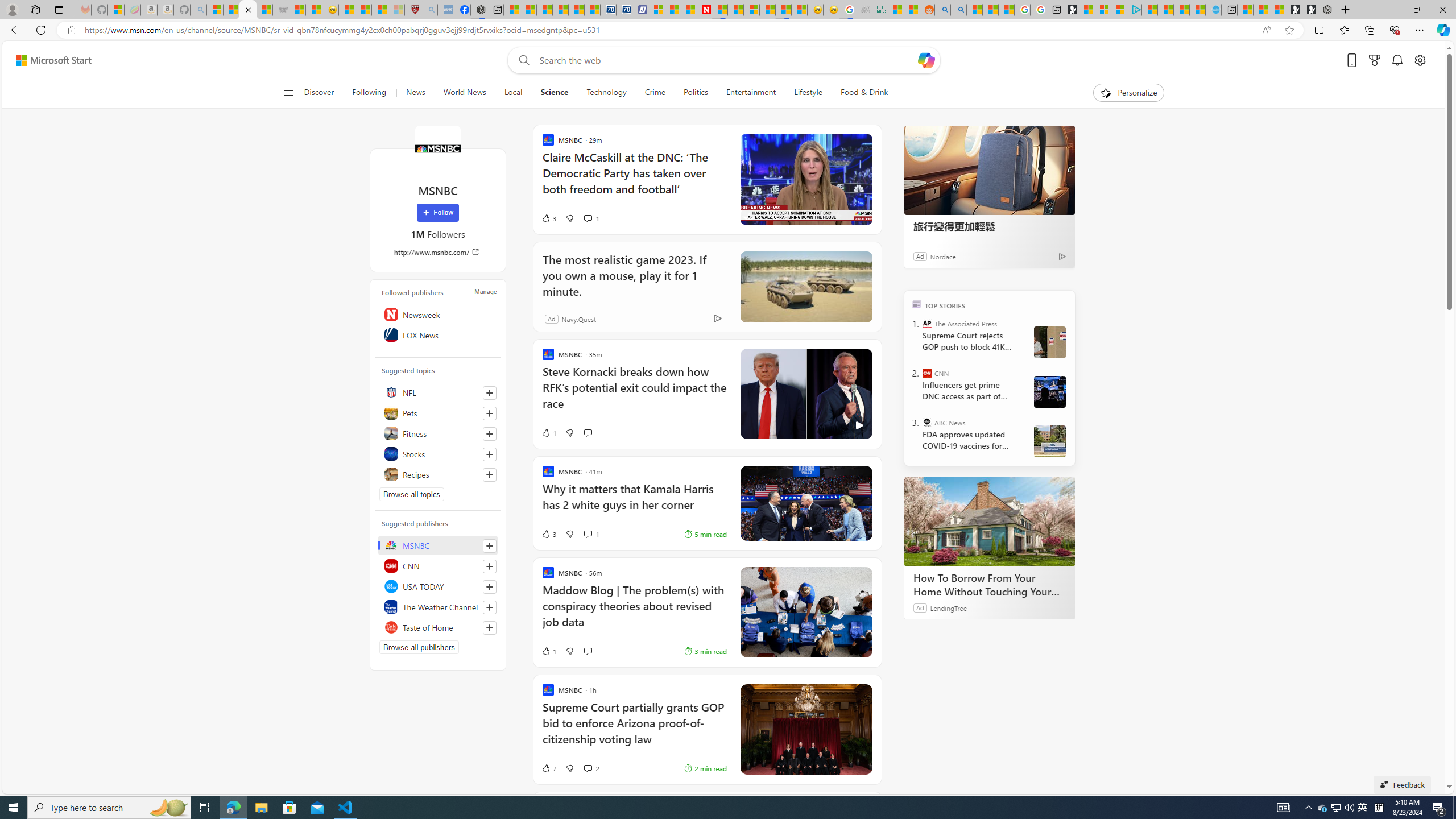  Describe the element at coordinates (512, 92) in the screenshot. I see `'Local'` at that location.